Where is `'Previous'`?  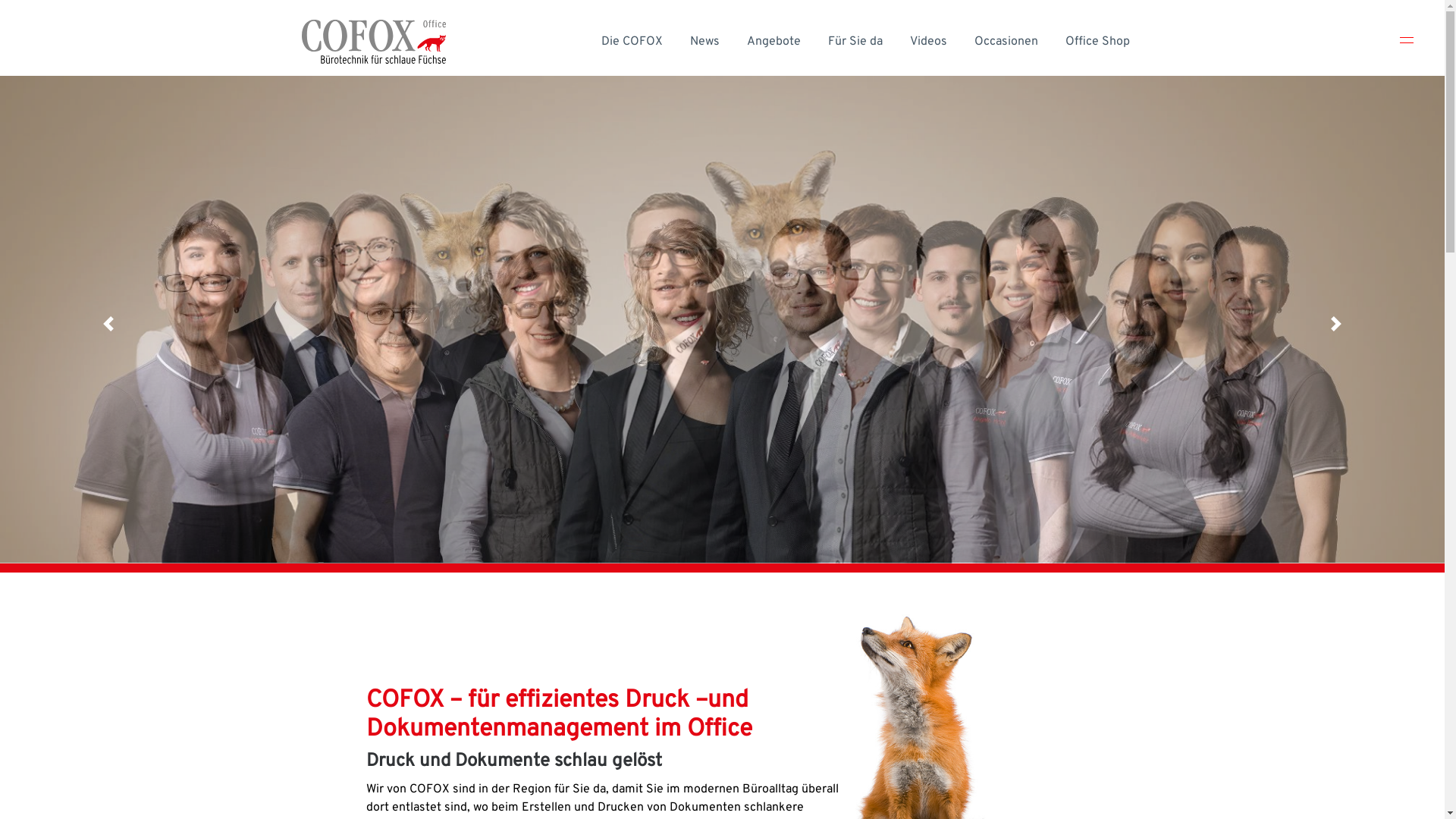
'Previous' is located at coordinates (108, 323).